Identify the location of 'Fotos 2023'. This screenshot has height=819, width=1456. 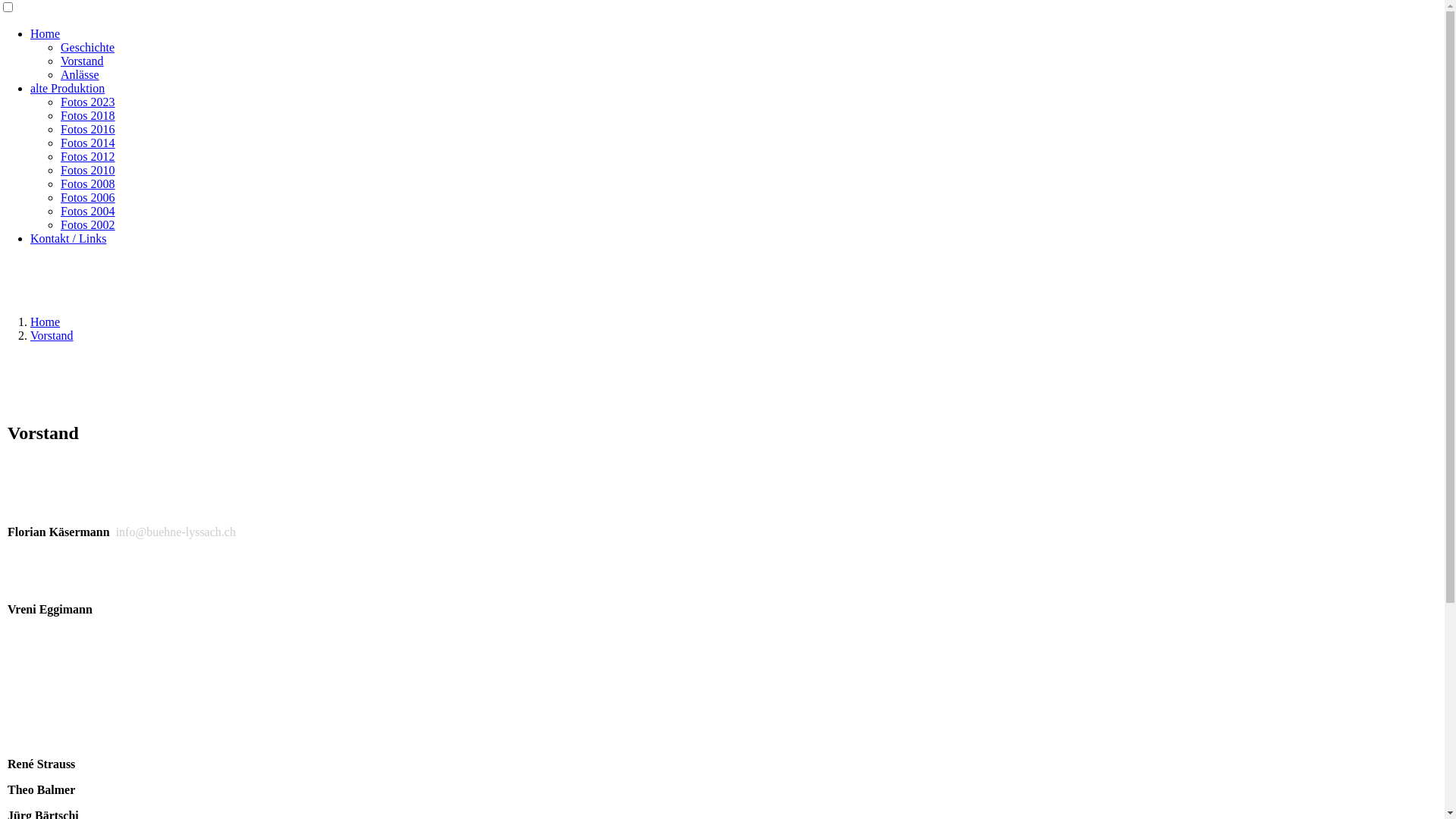
(86, 102).